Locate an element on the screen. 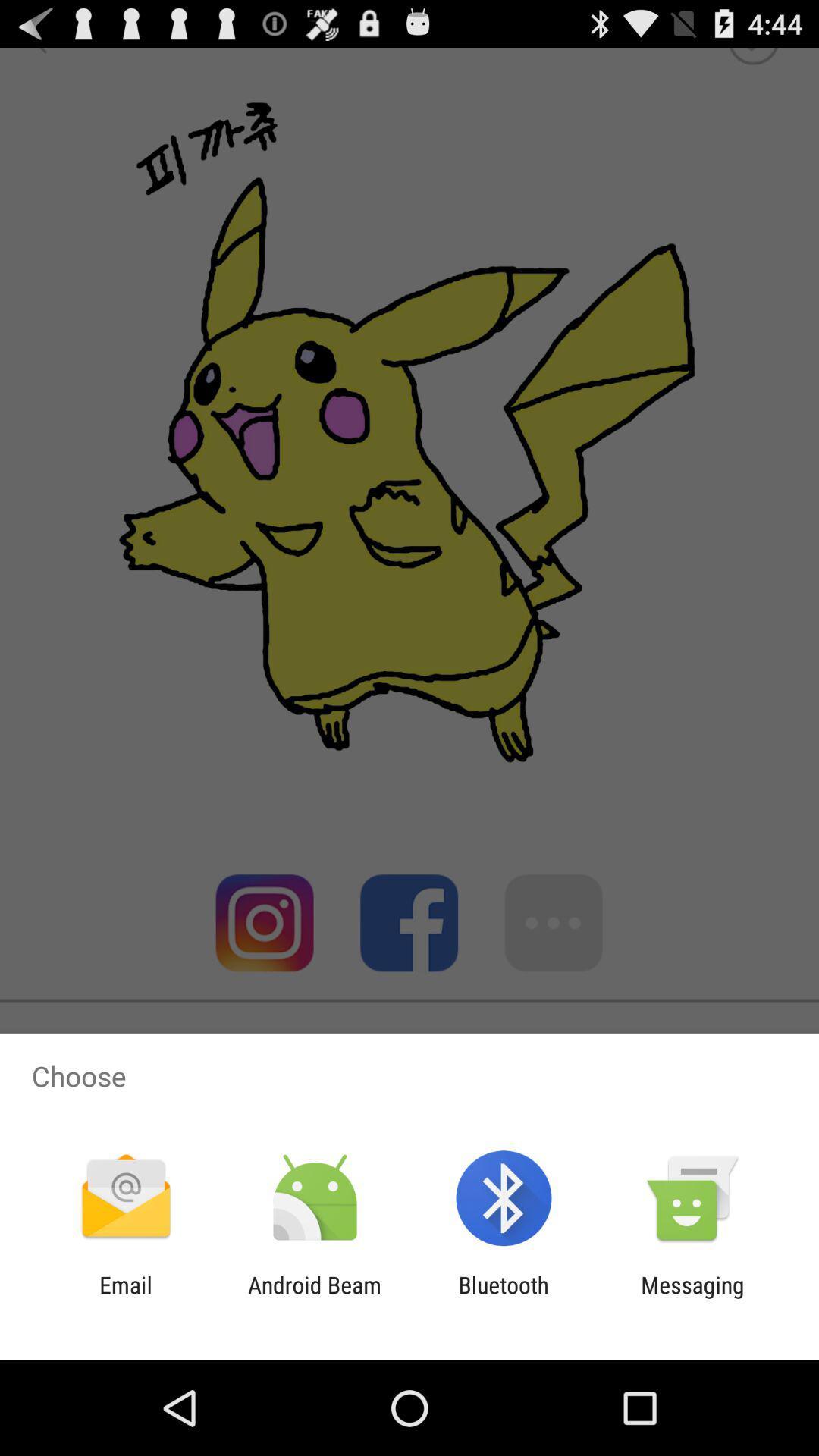 The width and height of the screenshot is (819, 1456). app next to the android beam icon is located at coordinates (125, 1298).